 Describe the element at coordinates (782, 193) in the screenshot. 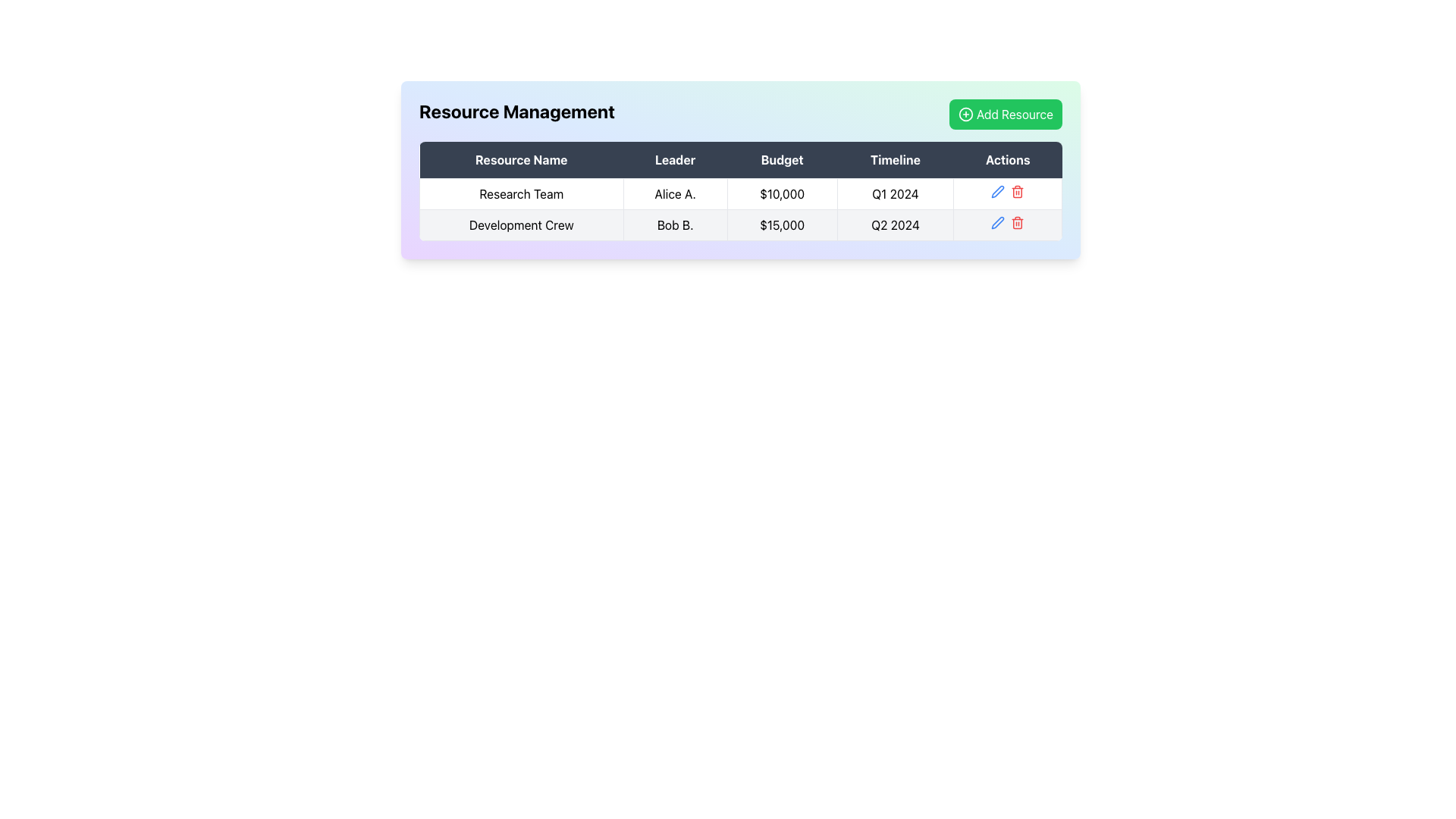

I see `the static text element displaying the bold black text '$10,000' in the Budget column of the table, which is located in the first row, positioned between 'Alice A.' and 'Q1 2024'` at that location.